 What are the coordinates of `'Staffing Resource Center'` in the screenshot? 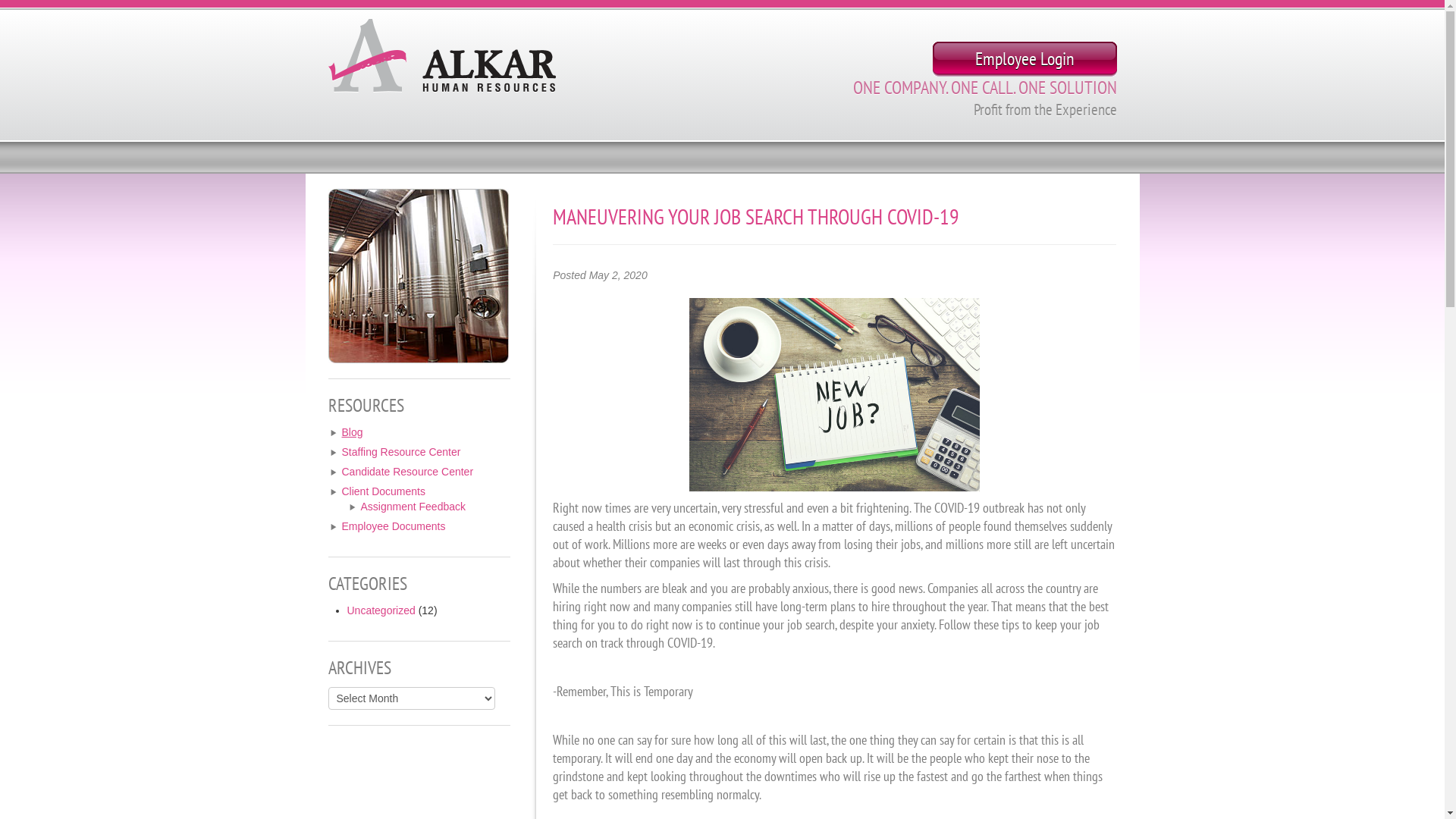 It's located at (400, 451).